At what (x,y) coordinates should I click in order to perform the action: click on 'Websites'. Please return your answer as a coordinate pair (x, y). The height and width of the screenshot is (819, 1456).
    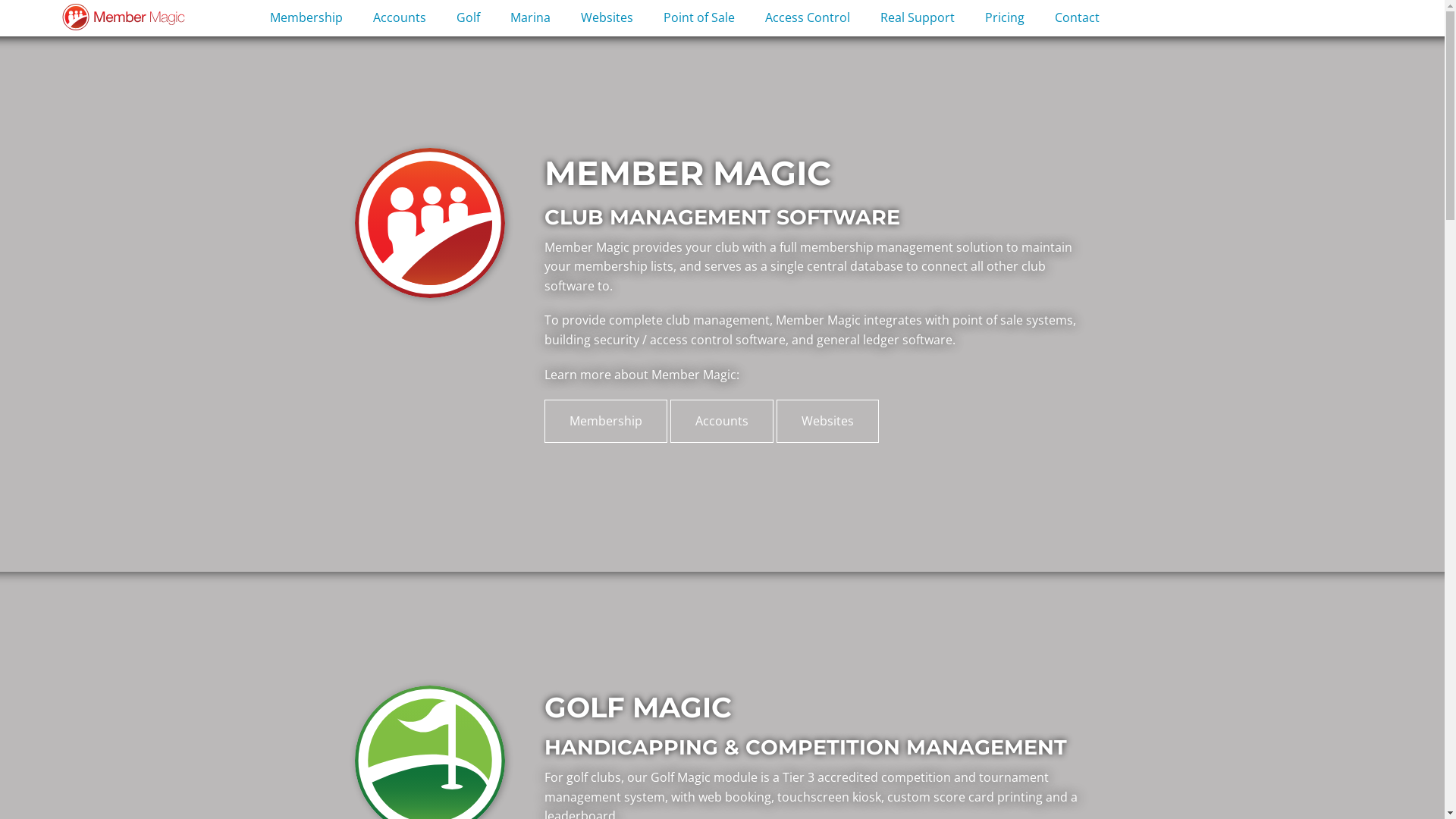
    Looking at the image, I should click on (776, 421).